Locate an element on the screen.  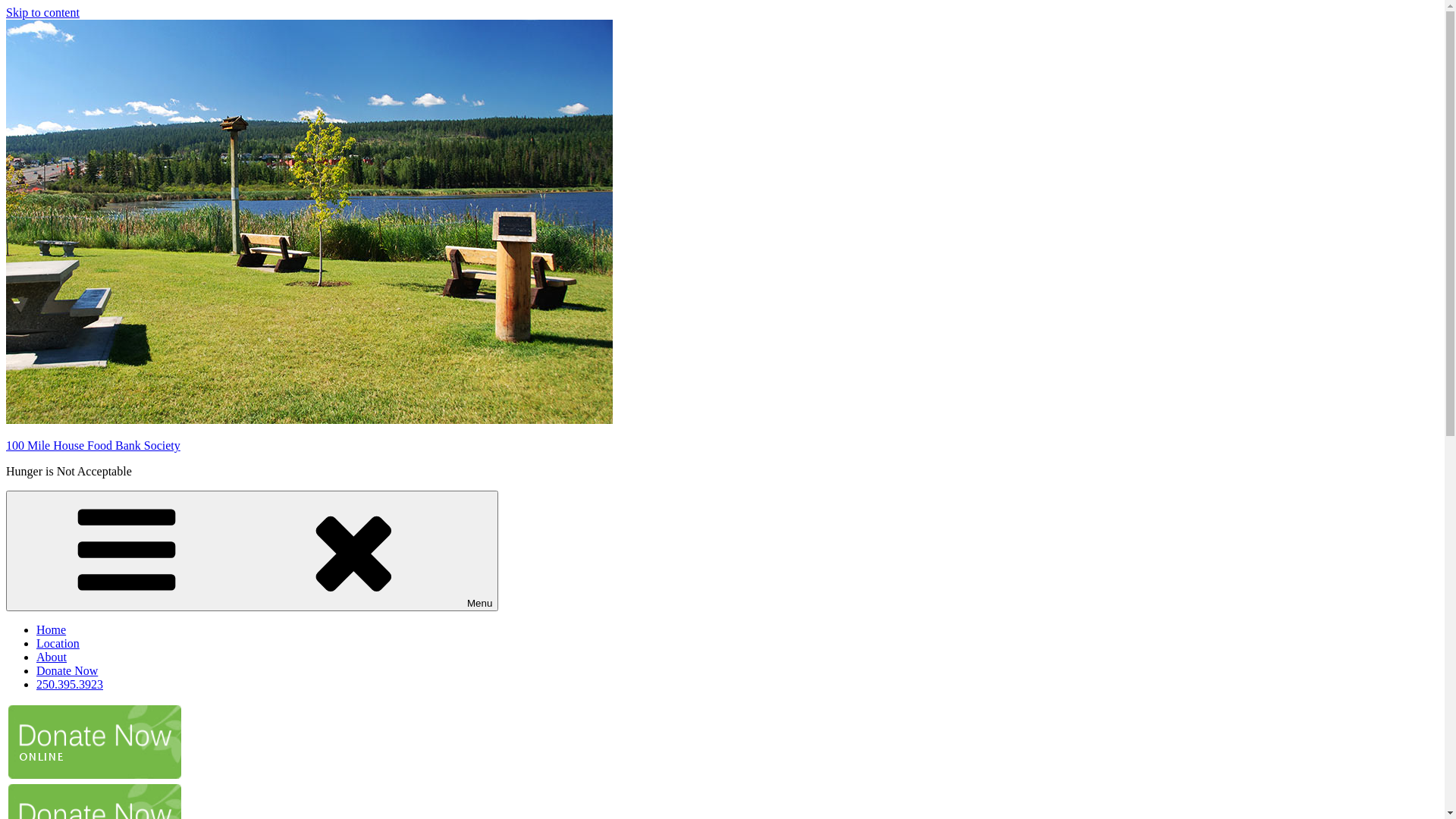
'Home' is located at coordinates (51, 629).